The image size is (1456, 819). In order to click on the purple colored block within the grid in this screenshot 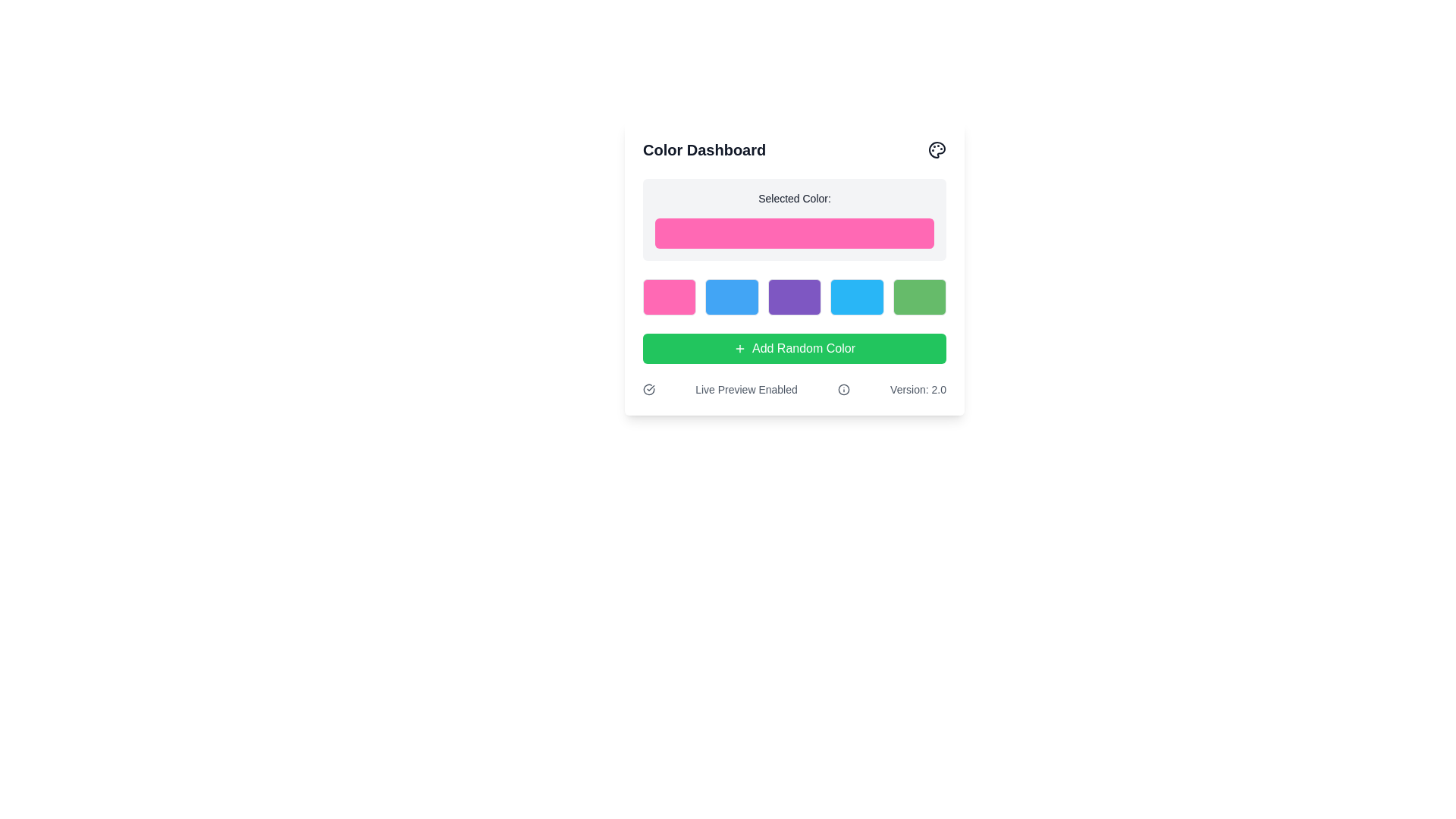, I will do `click(793, 297)`.